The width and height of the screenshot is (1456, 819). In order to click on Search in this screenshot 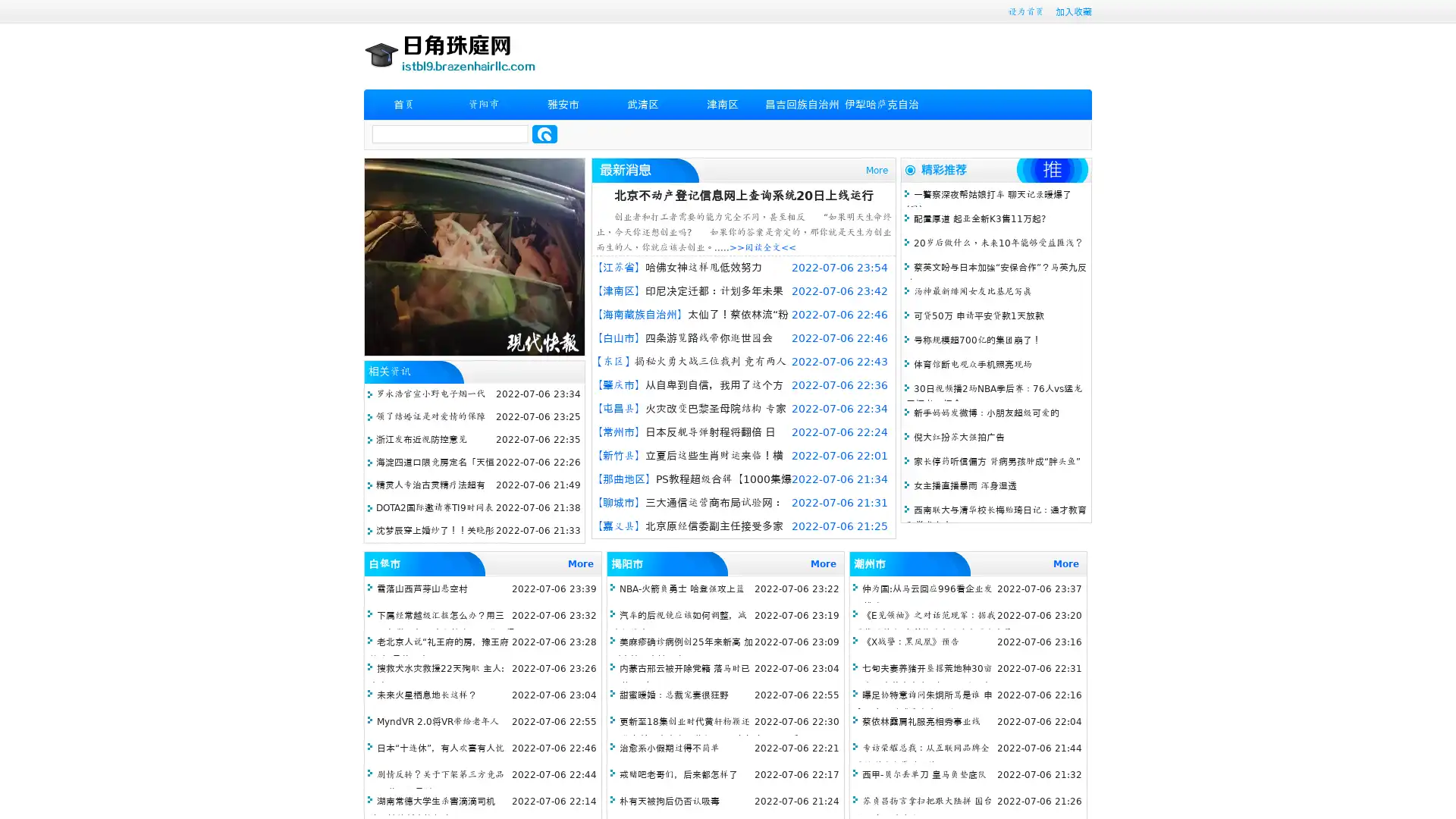, I will do `click(544, 133)`.